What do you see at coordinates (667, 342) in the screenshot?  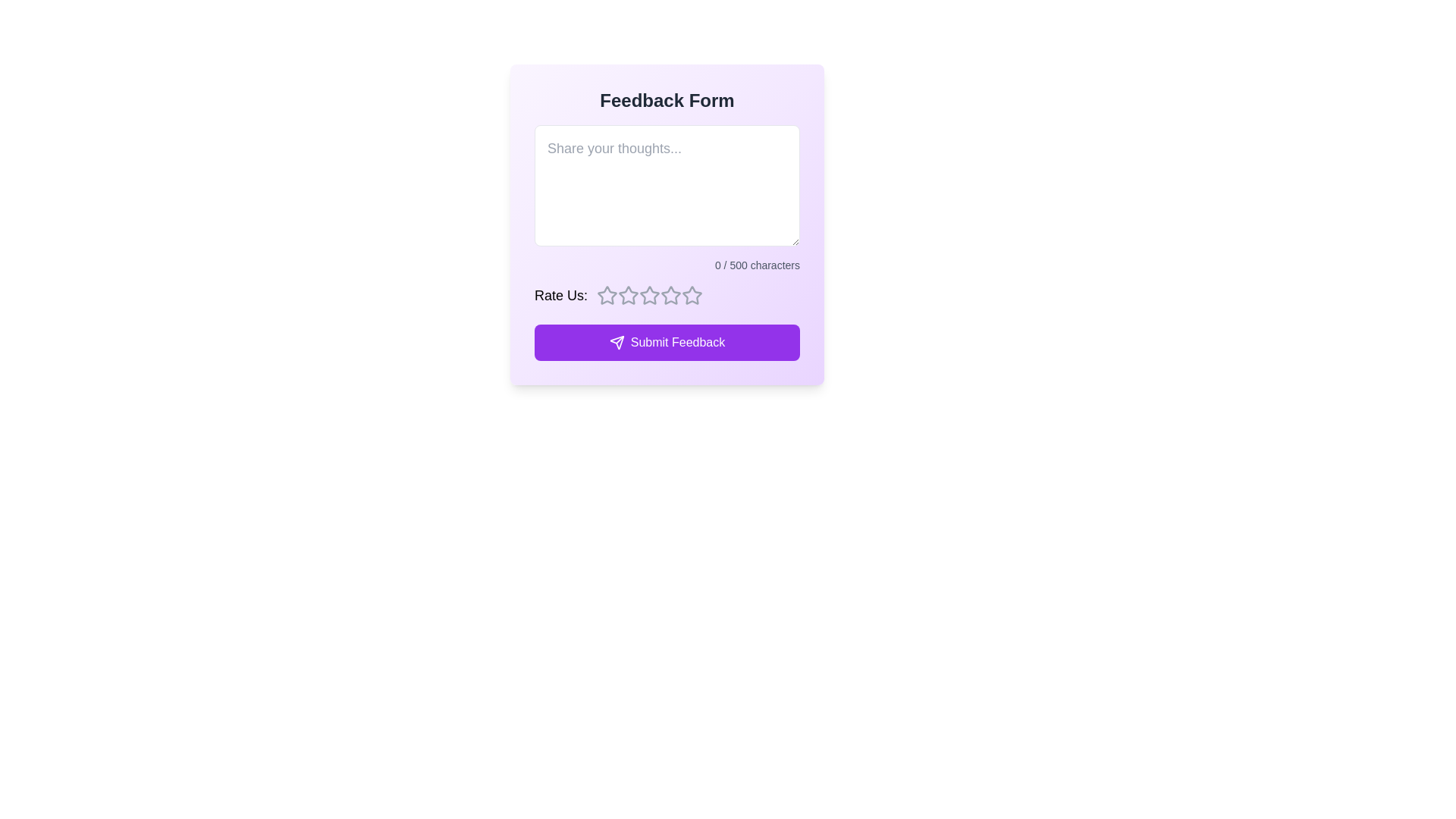 I see `the feedback submission button, which is the last visible element in the feedback form, to observe the color change` at bounding box center [667, 342].